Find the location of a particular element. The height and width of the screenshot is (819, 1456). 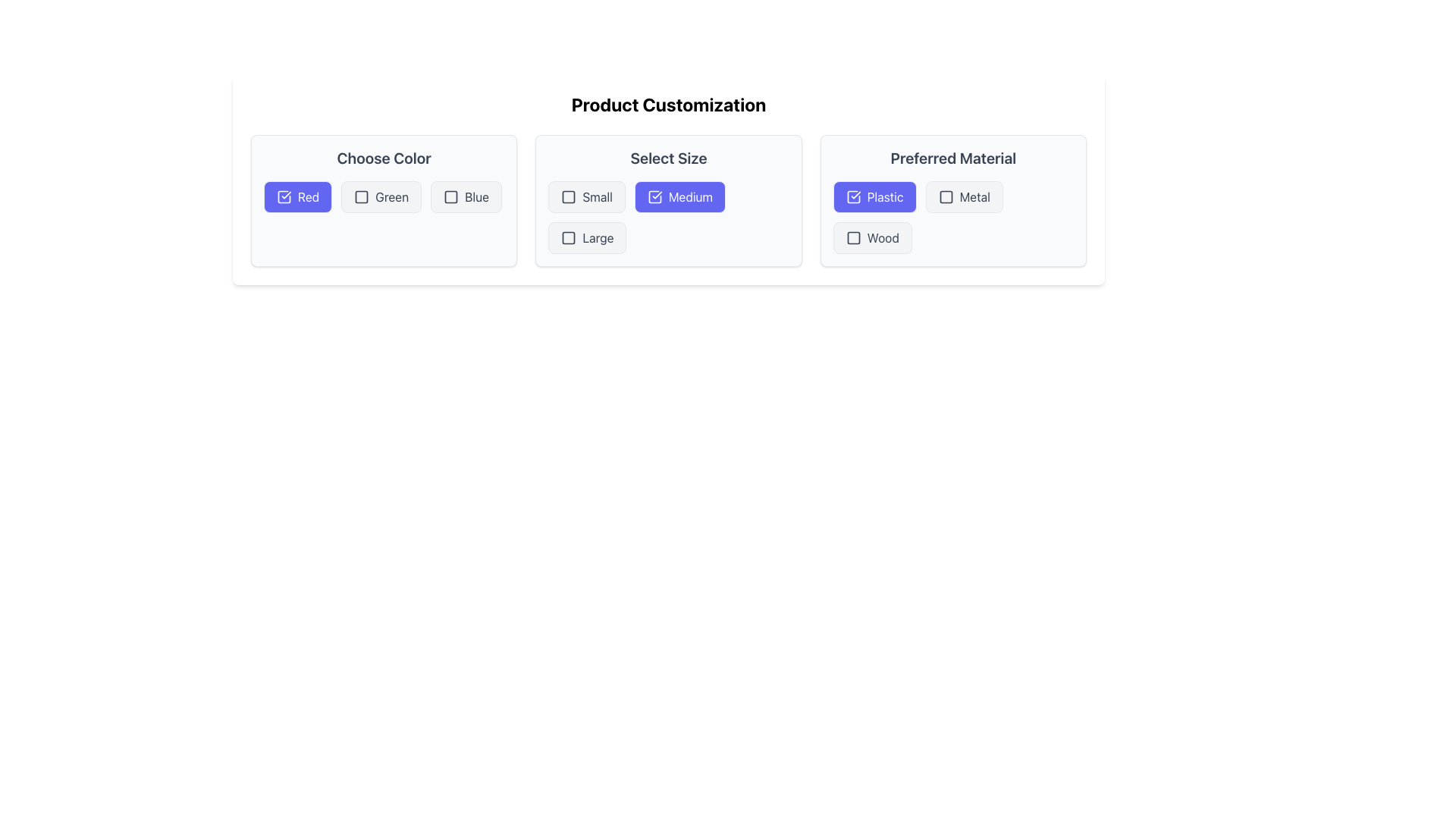

the text label that introduces the color selection options in the leftmost panel of the 'Product Customization' section is located at coordinates (384, 158).